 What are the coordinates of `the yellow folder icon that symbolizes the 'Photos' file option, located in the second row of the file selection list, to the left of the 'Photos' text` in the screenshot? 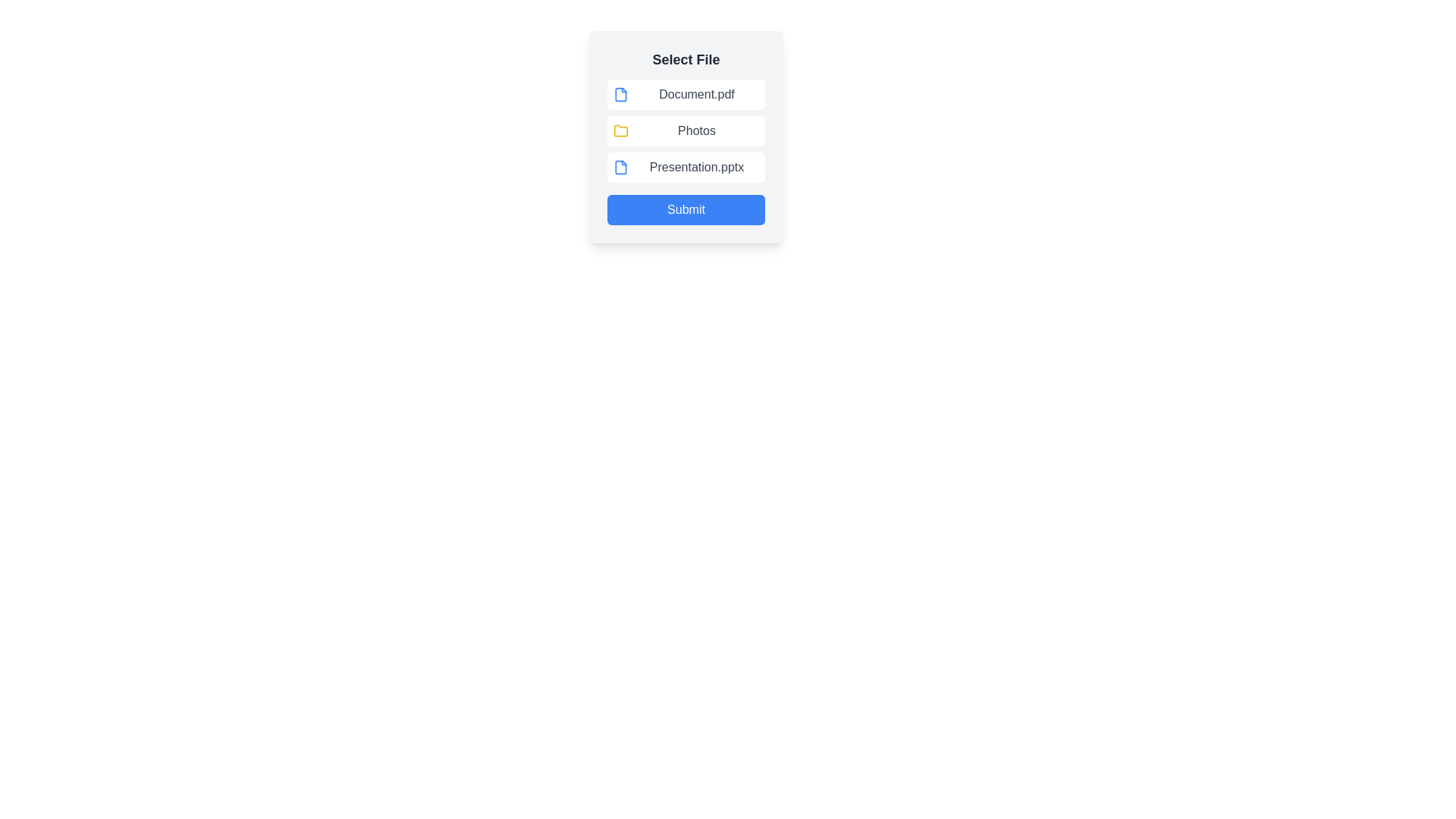 It's located at (621, 130).